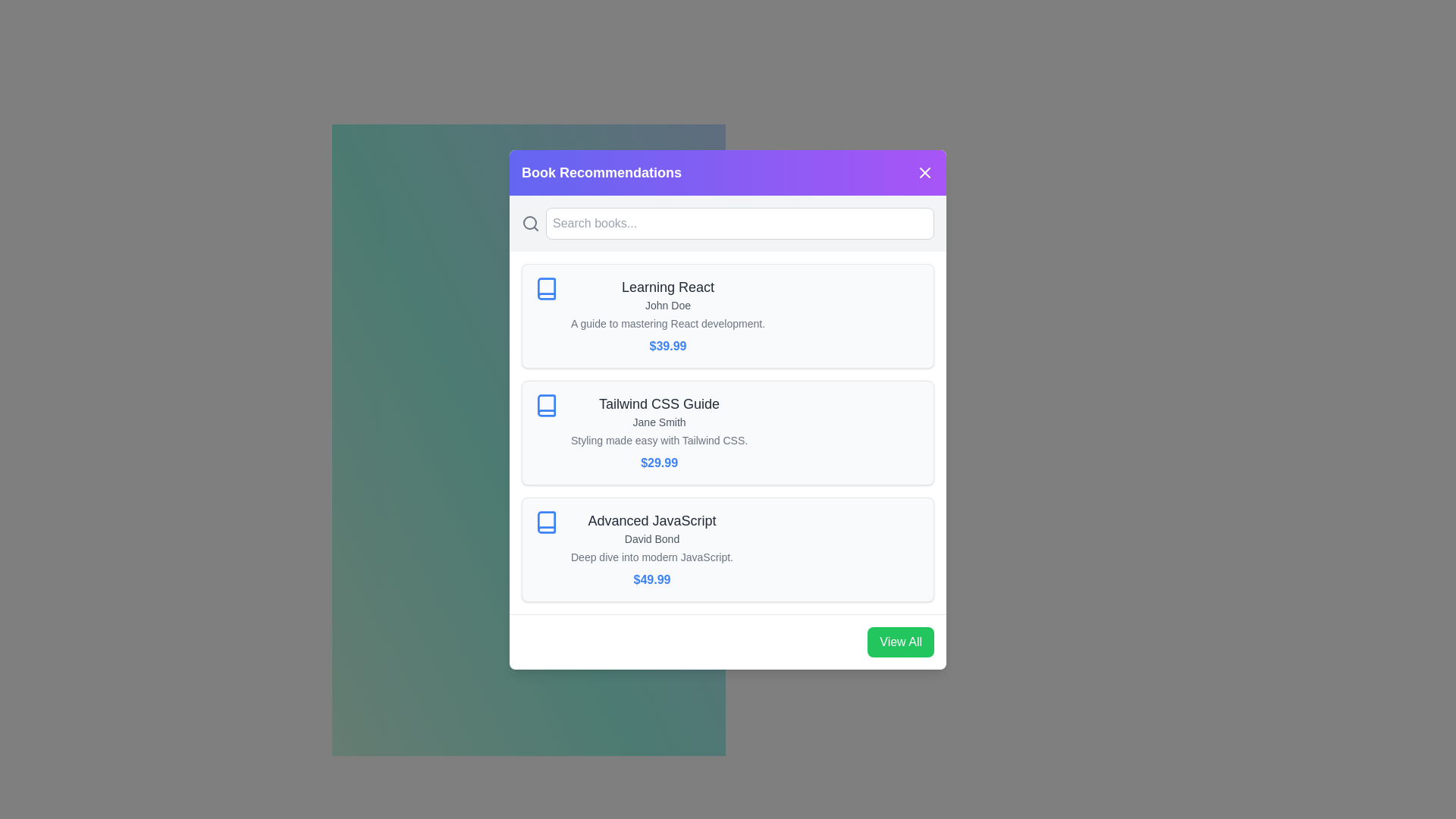  Describe the element at coordinates (546, 288) in the screenshot. I see `the decorative icon positioned in the topmost item of the 'Book Recommendations' modal window, adjacent to the text details of the book 'Learning React.'` at that location.